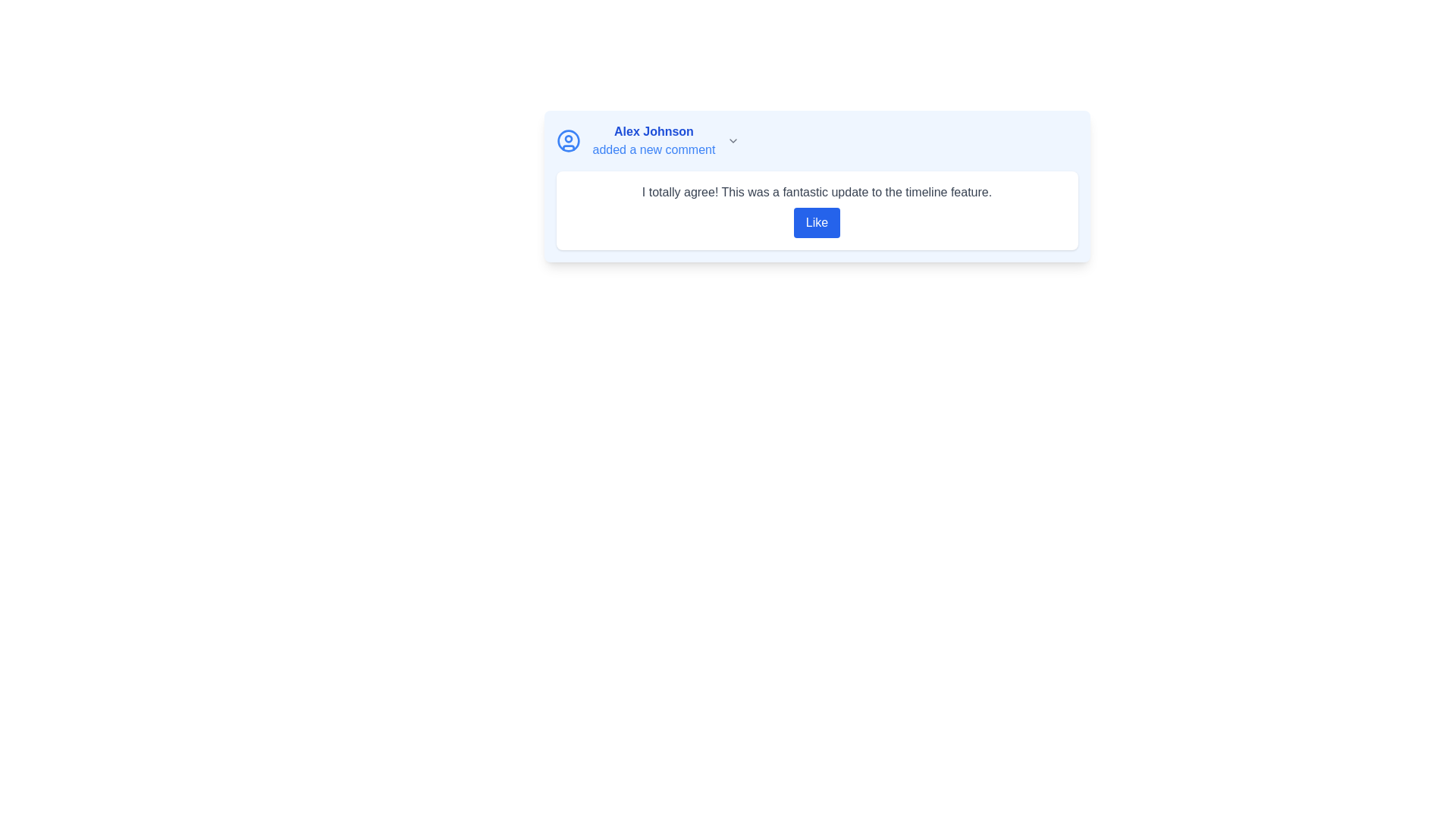 The width and height of the screenshot is (1456, 819). I want to click on the blue circle icon representing a user silhouette, which is located to the left of the text label 'Alex Johnson added a new comment' in the top-left section of the comment block, so click(567, 140).